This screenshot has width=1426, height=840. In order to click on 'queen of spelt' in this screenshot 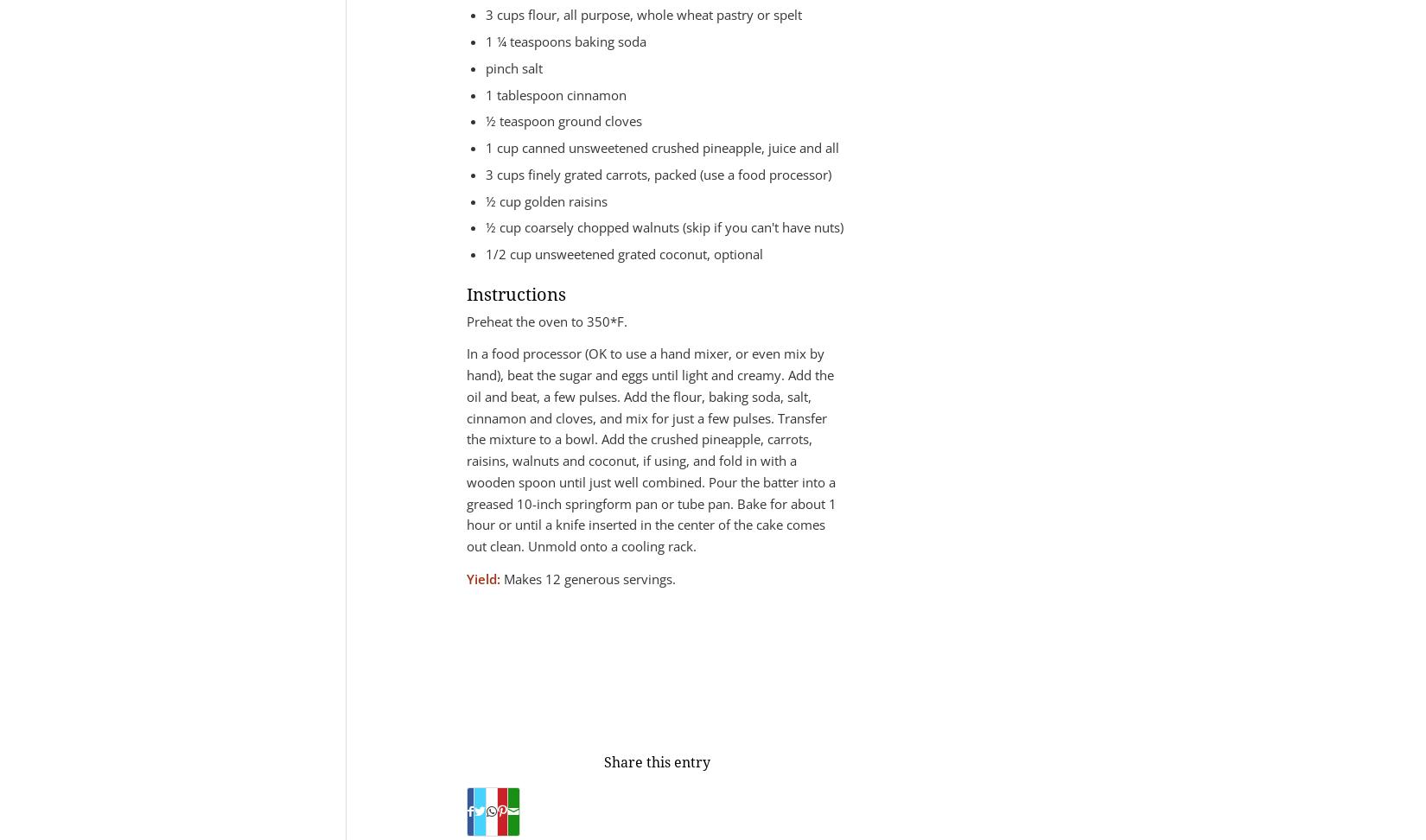, I will do `click(593, 695)`.